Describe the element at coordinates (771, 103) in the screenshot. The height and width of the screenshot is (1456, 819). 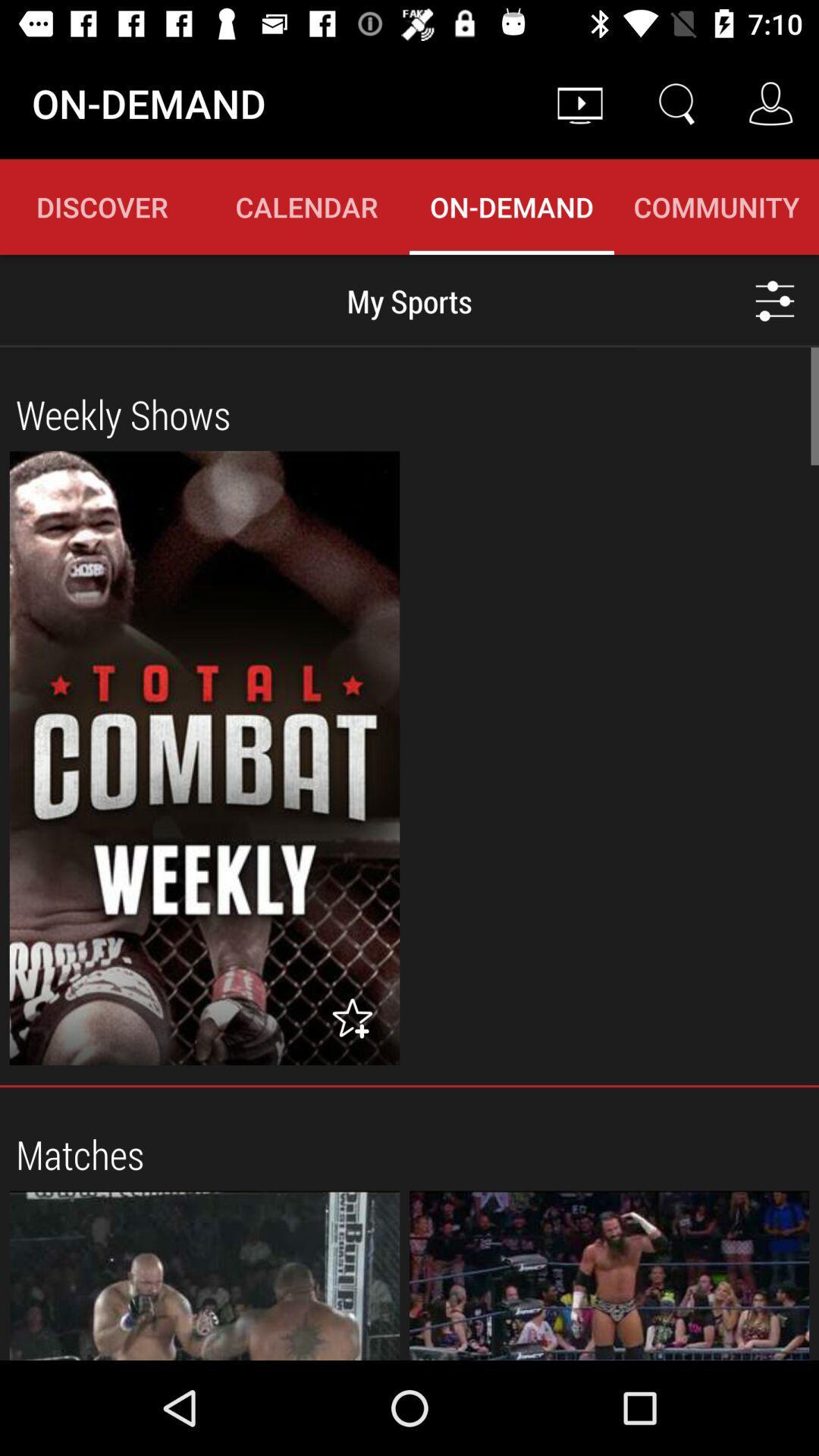
I see `the icon right to search icon` at that location.